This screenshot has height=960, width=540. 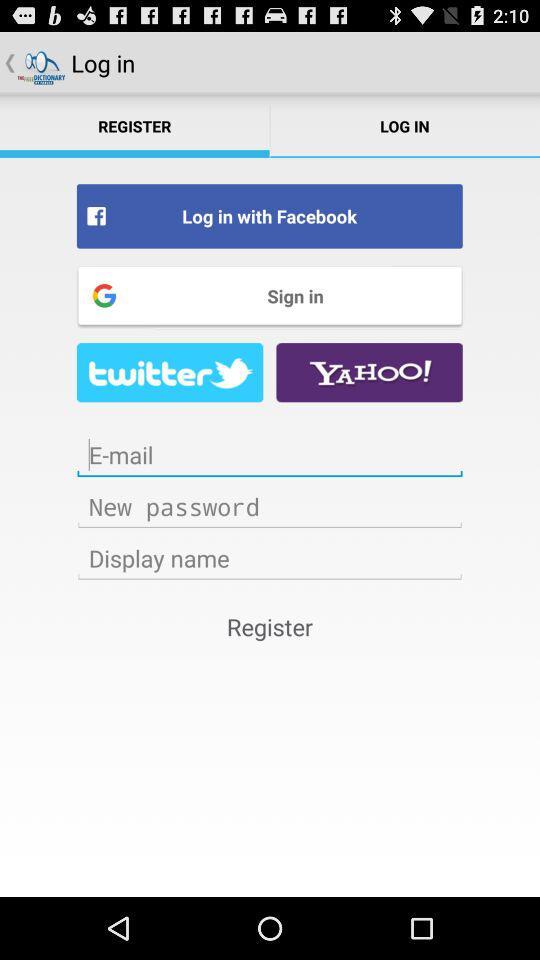 What do you see at coordinates (170, 371) in the screenshot?
I see `facebook page` at bounding box center [170, 371].